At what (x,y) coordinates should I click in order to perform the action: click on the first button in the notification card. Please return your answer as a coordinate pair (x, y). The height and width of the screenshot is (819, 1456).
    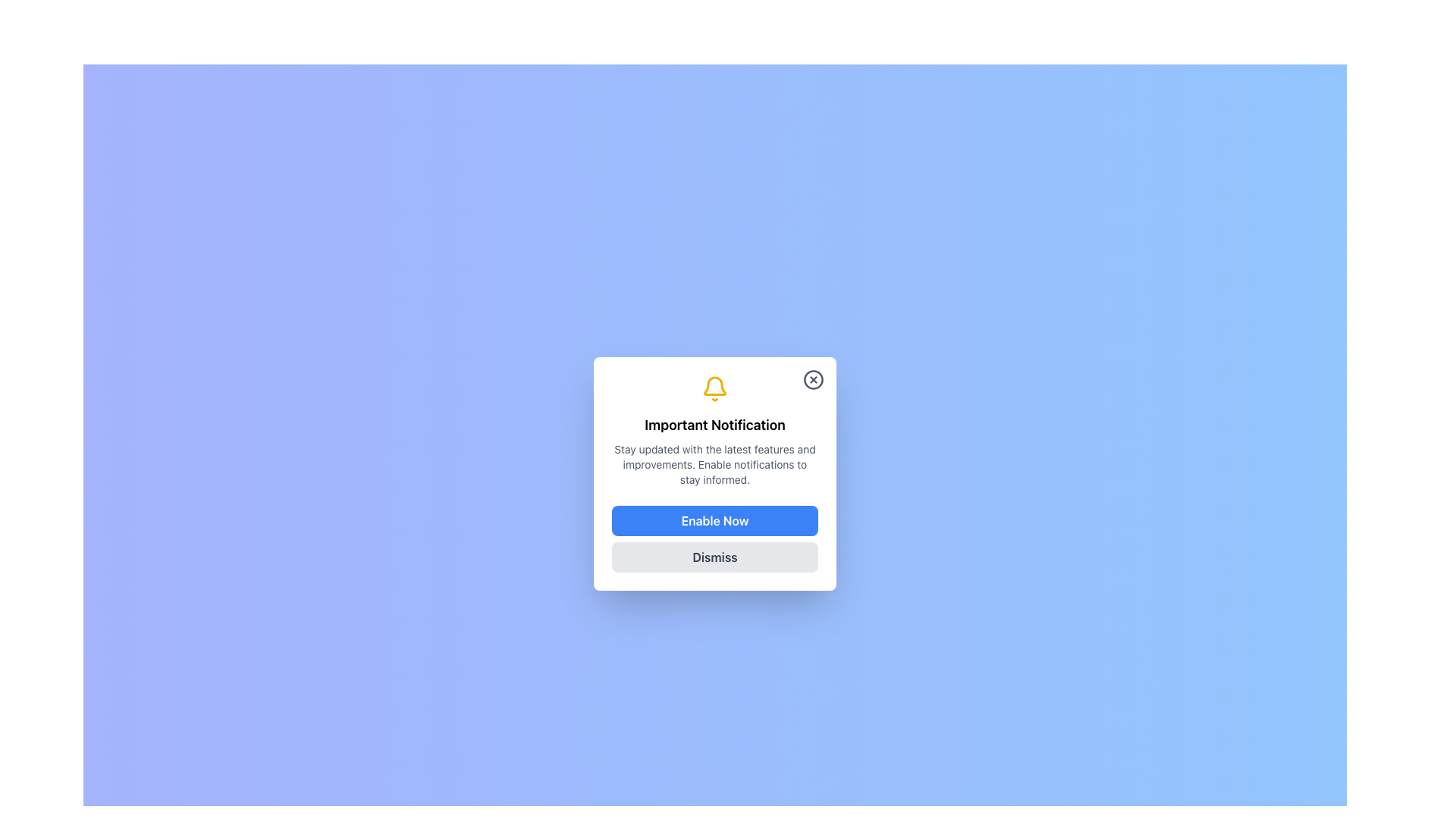
    Looking at the image, I should click on (714, 519).